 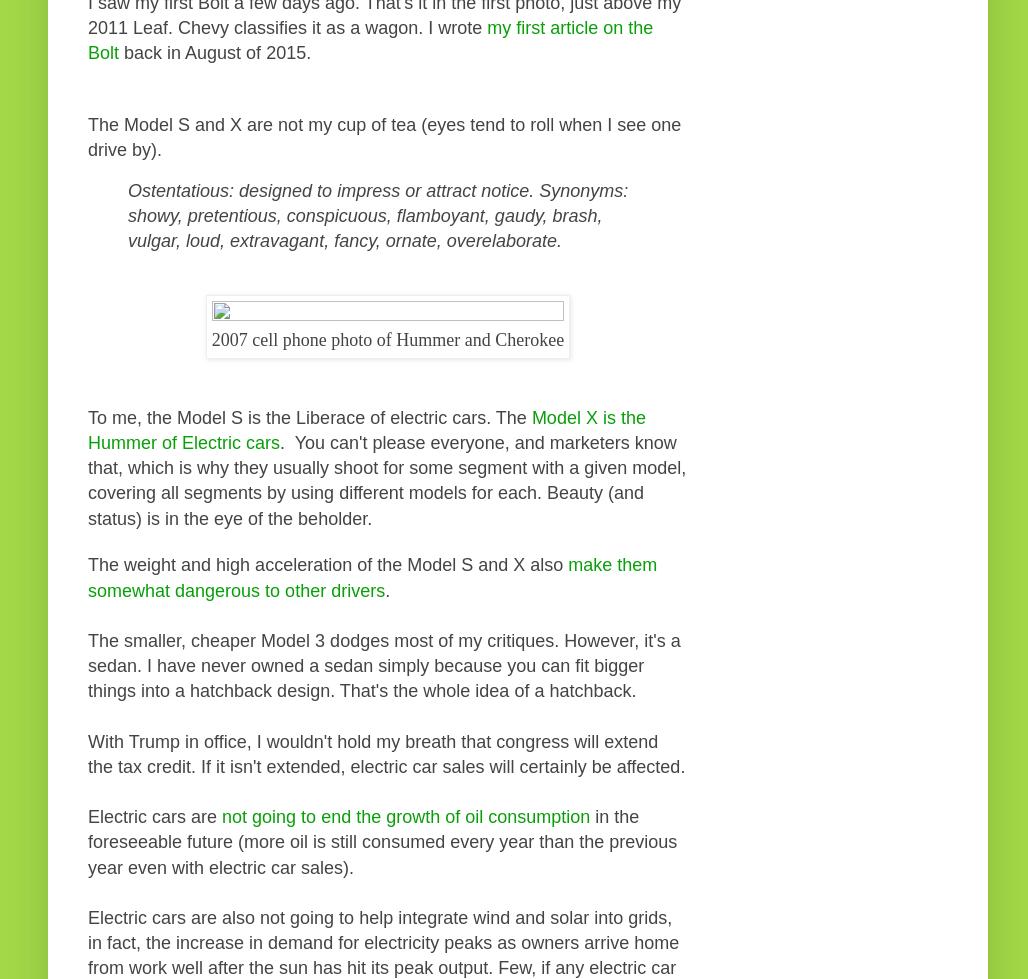 What do you see at coordinates (365, 429) in the screenshot?
I see `'Model X is the Hummer of Electric cars'` at bounding box center [365, 429].